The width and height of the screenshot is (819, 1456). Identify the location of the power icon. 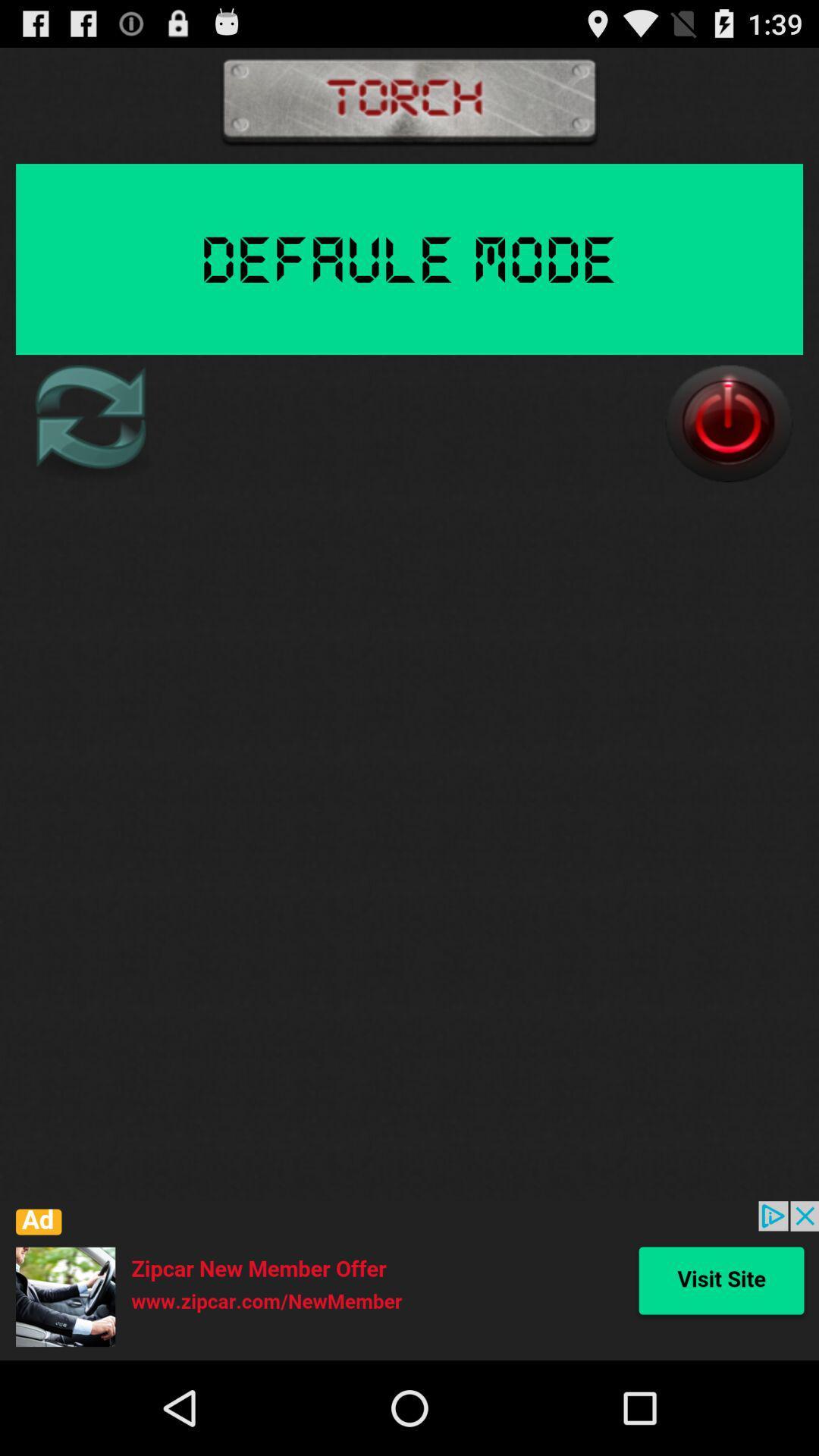
(728, 453).